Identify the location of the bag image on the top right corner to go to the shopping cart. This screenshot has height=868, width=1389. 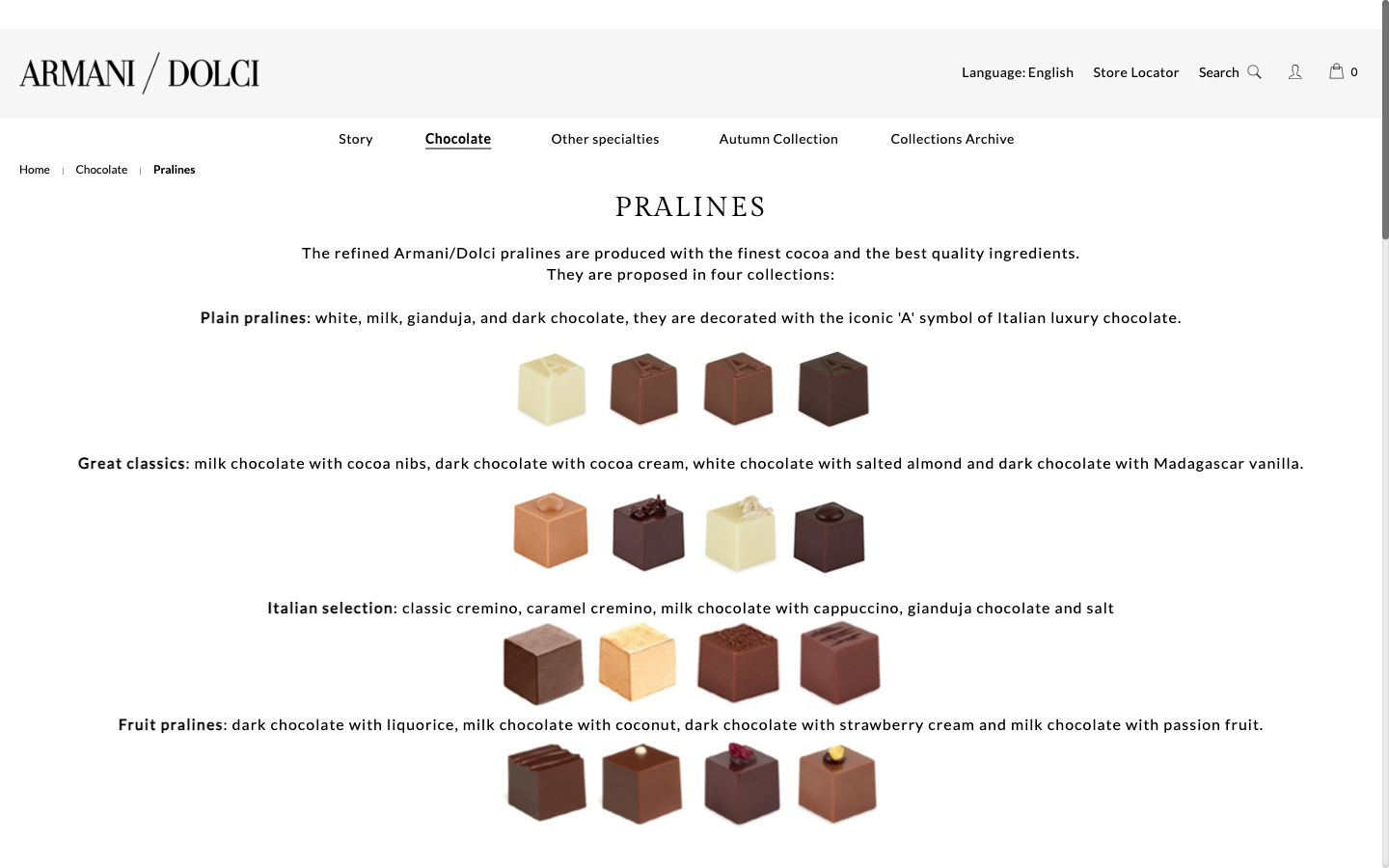
(1336, 69).